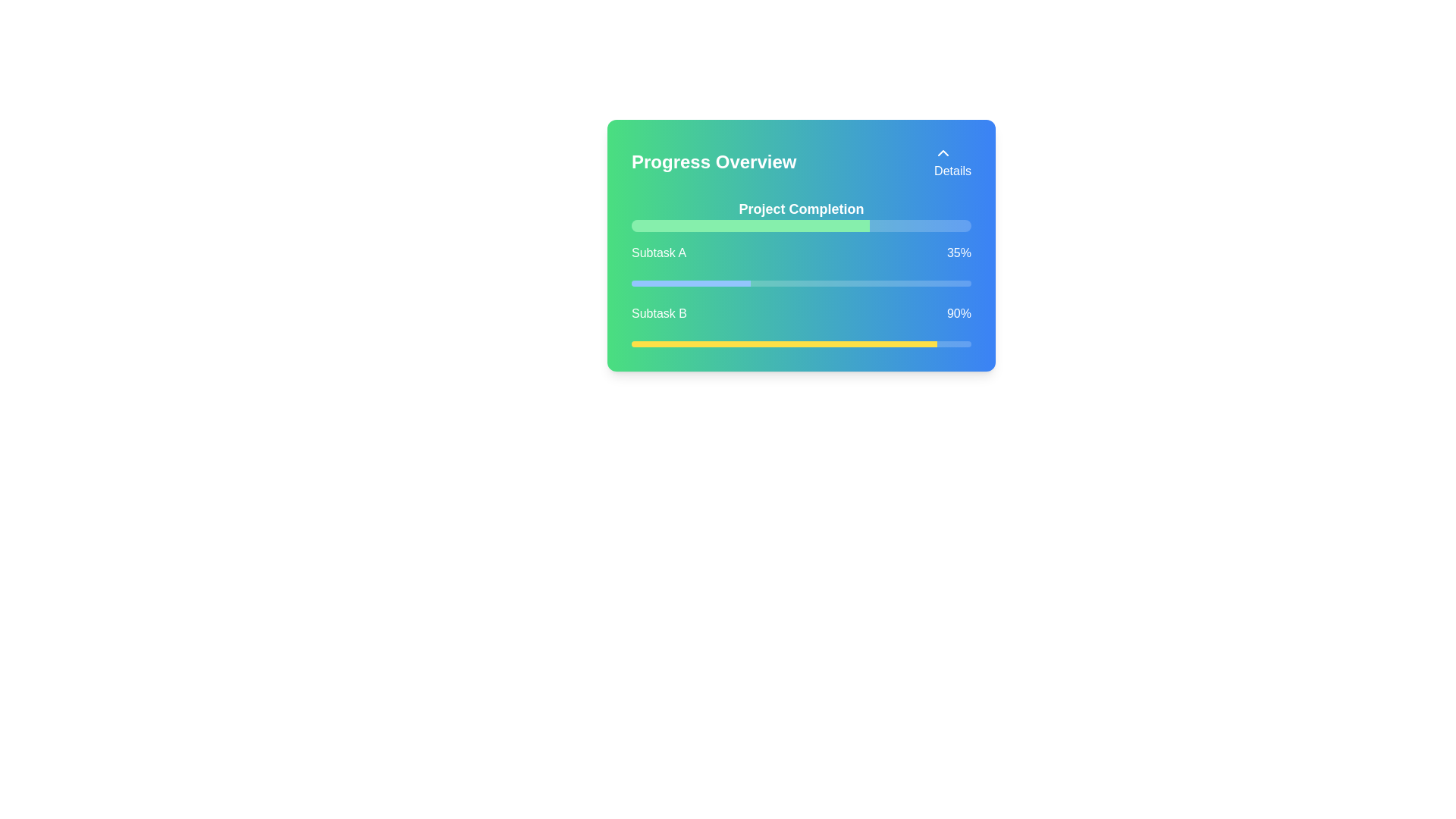 This screenshot has width=1456, height=819. Describe the element at coordinates (958, 312) in the screenshot. I see `the Text label displaying '90%' in white on a blue background, positioned to the right of the 'Subtask B' label` at that location.